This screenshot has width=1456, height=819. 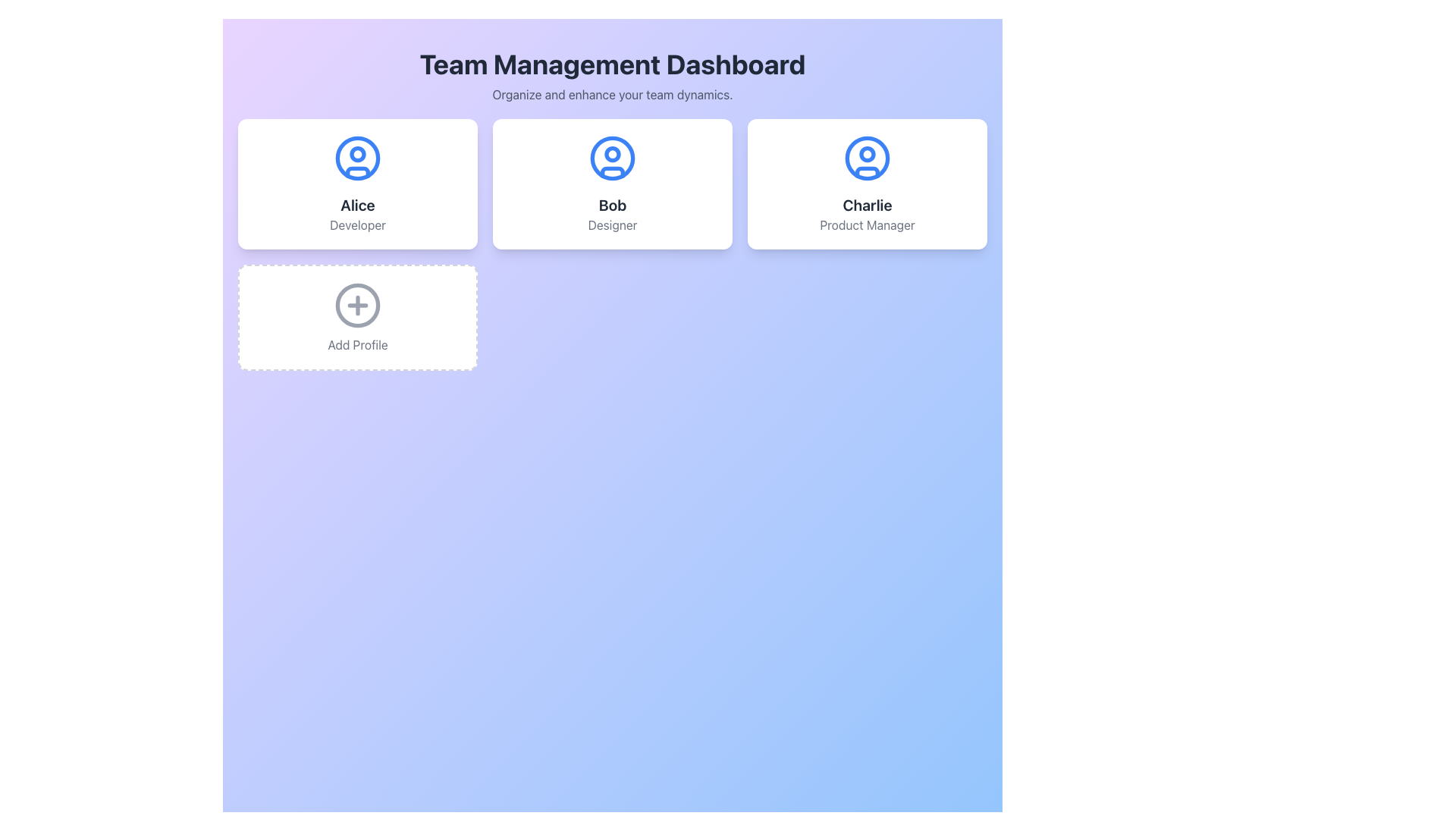 What do you see at coordinates (867, 225) in the screenshot?
I see `the text label indicating the role of 'Charlie' located below his name in the rightmost profile card of the grid` at bounding box center [867, 225].